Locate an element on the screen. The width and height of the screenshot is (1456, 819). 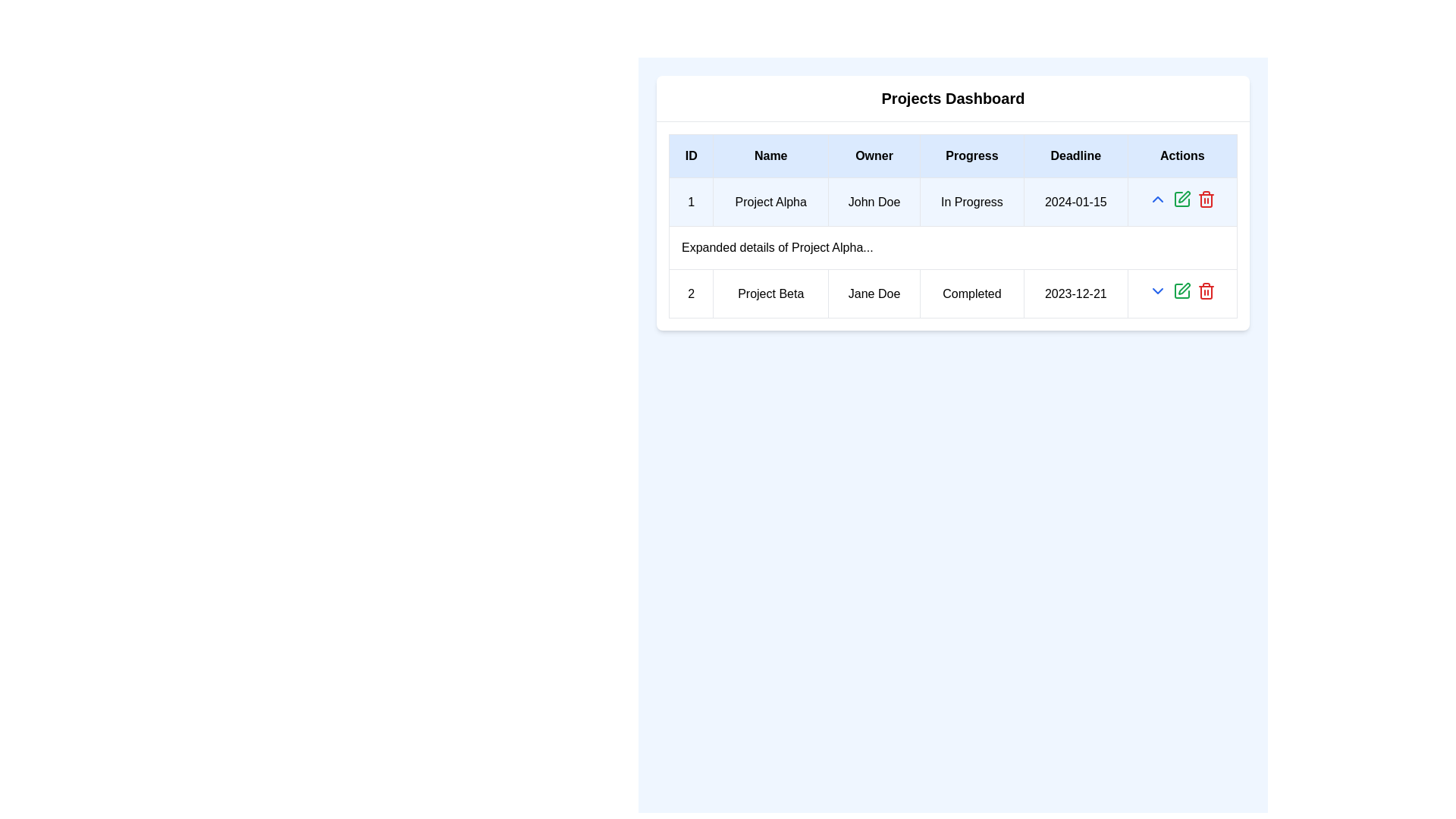
the red trash icon button, which represents the 'delete' action and is the last action button in the row entry is located at coordinates (1206, 291).